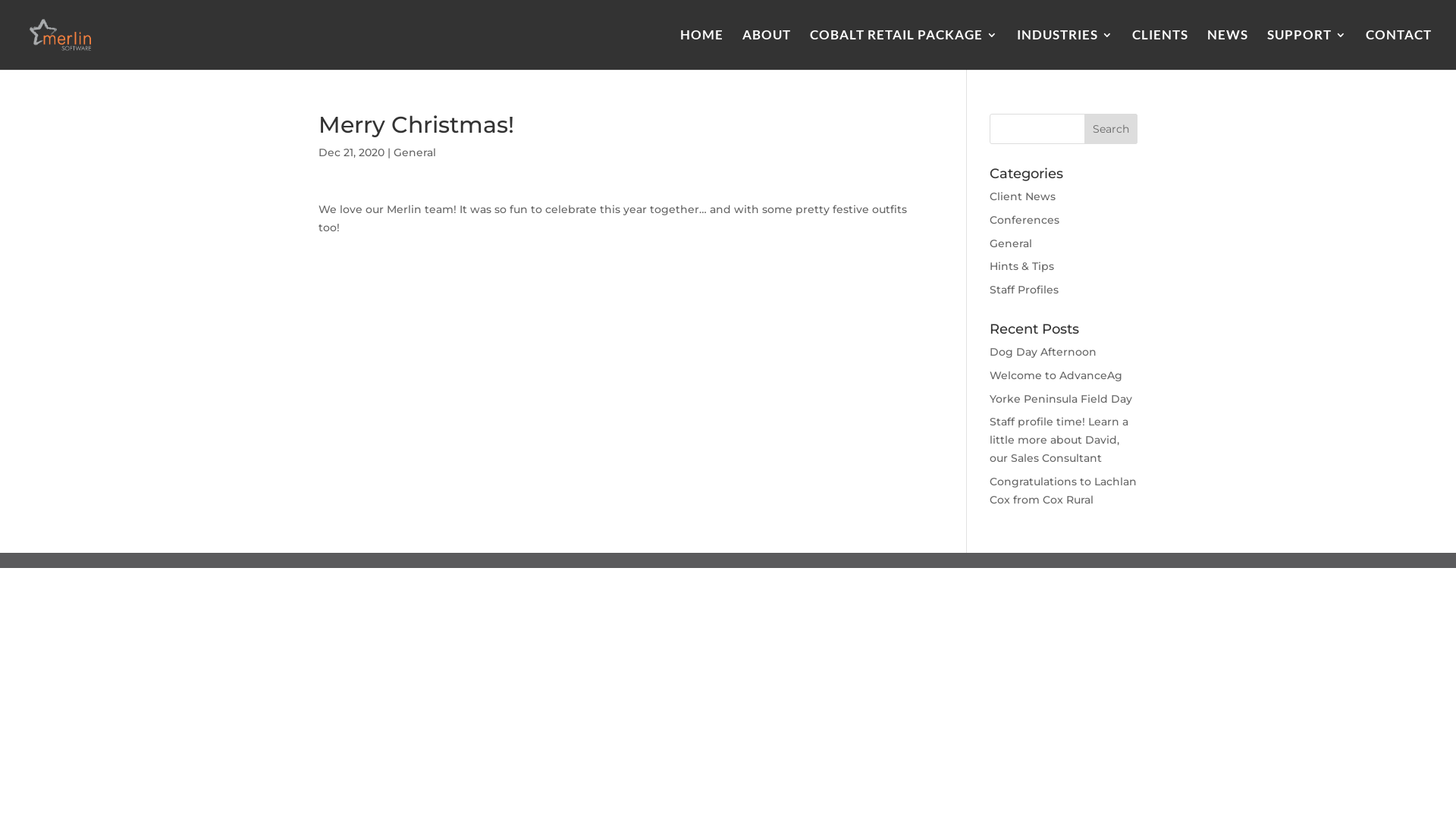 The width and height of the screenshot is (1456, 819). I want to click on 'Conferences', so click(990, 219).